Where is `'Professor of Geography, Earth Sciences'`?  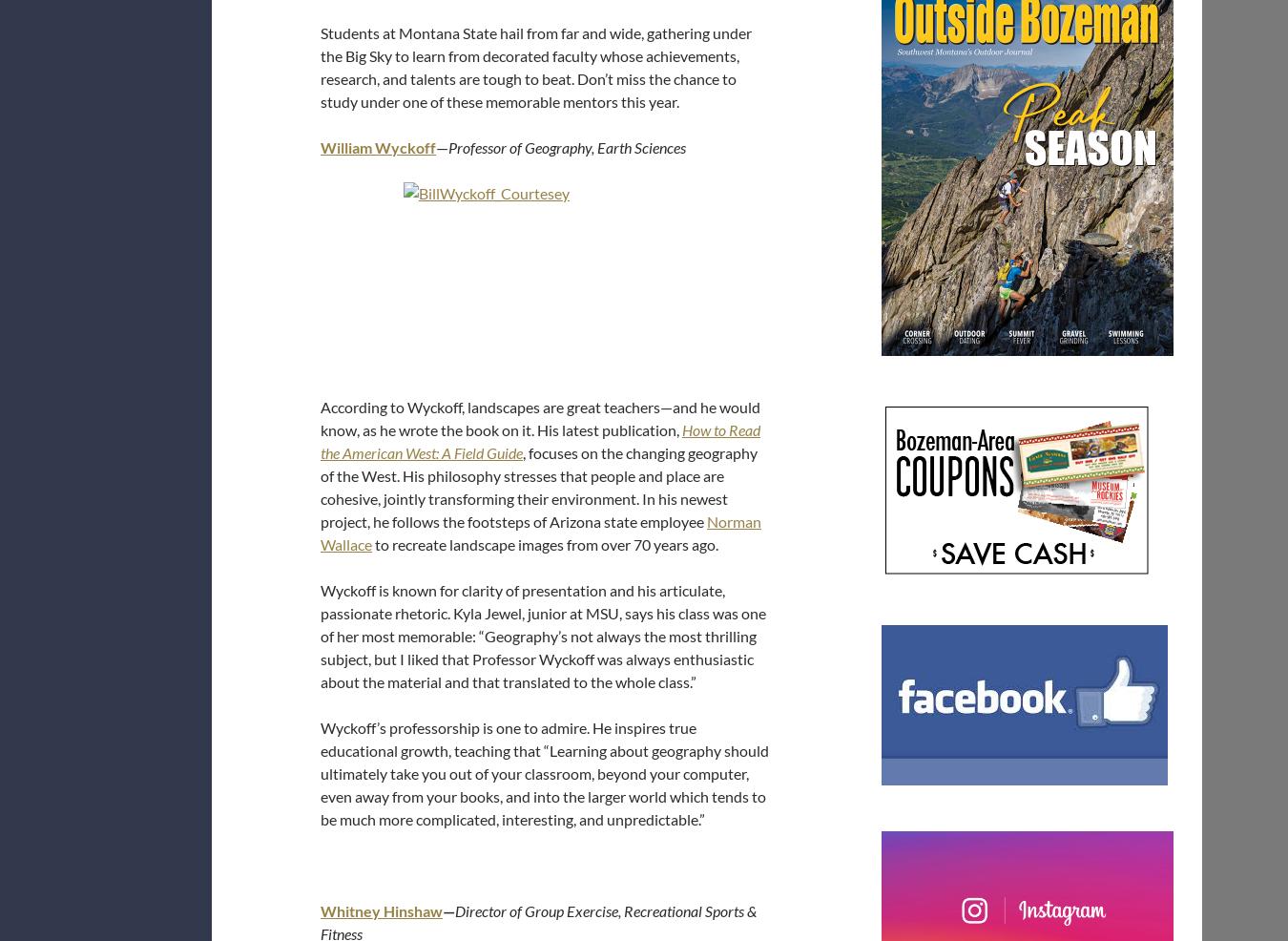 'Professor of Geography, Earth Sciences' is located at coordinates (567, 147).